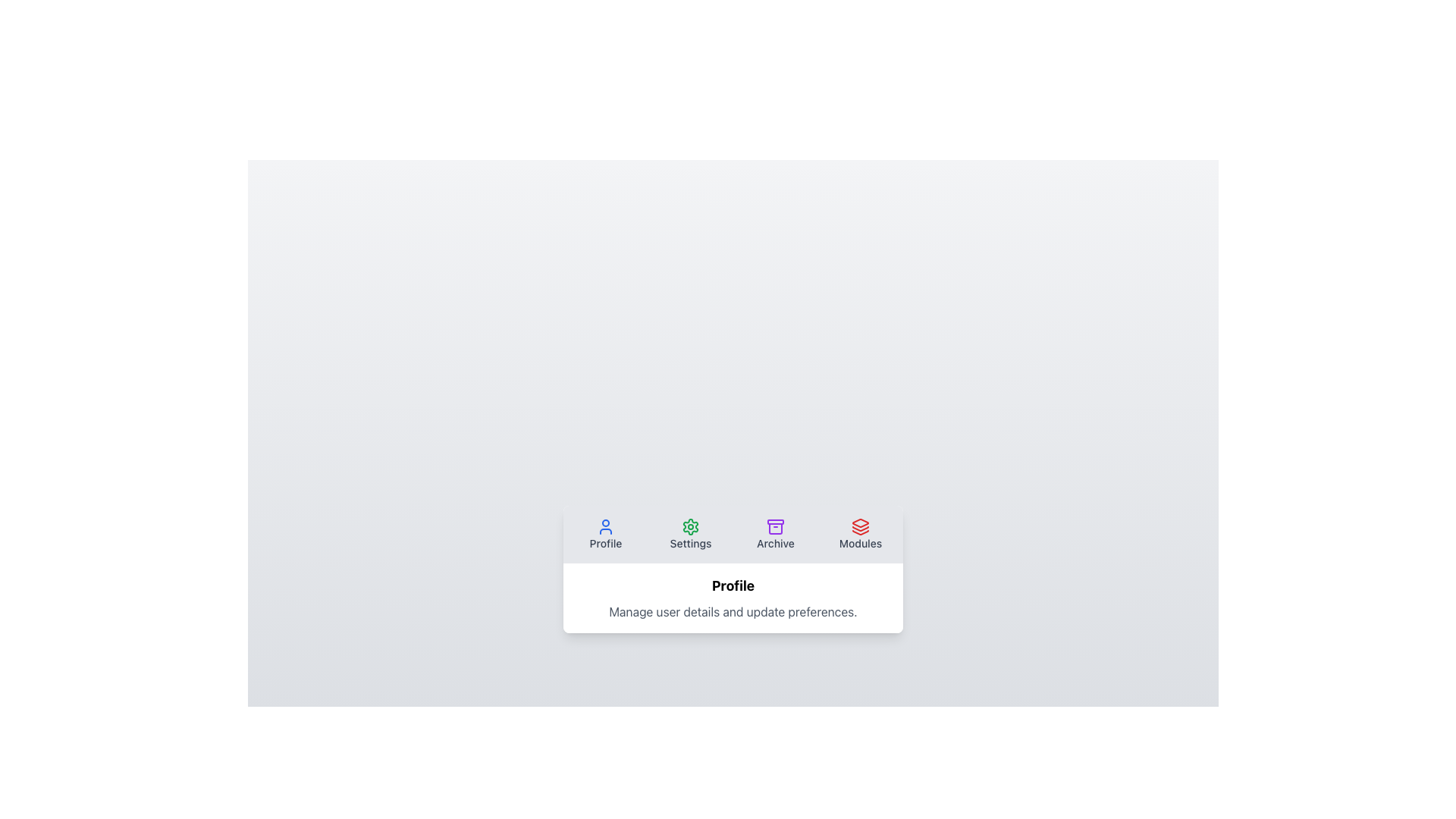  I want to click on the fourth tab from the left in the top-right corner of the tab bar, so click(860, 534).